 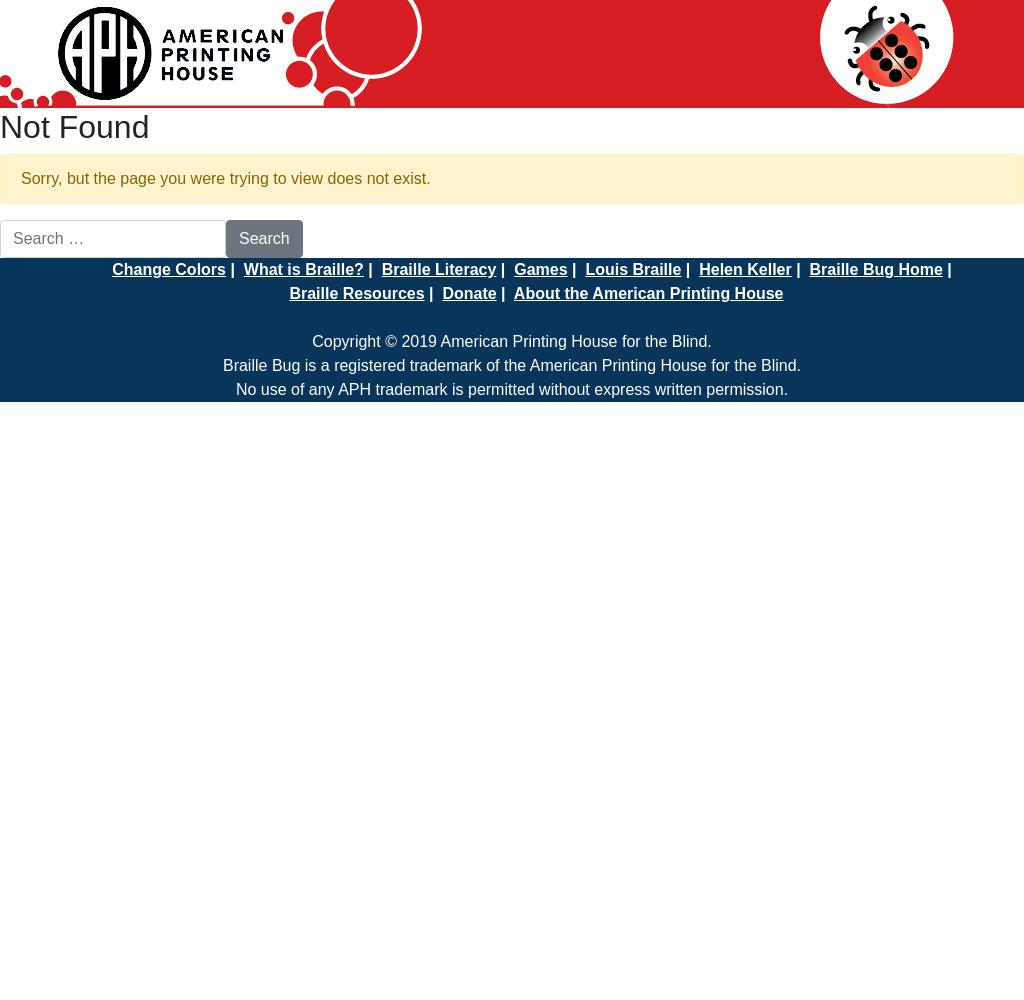 I want to click on 'Not Found', so click(x=73, y=127).